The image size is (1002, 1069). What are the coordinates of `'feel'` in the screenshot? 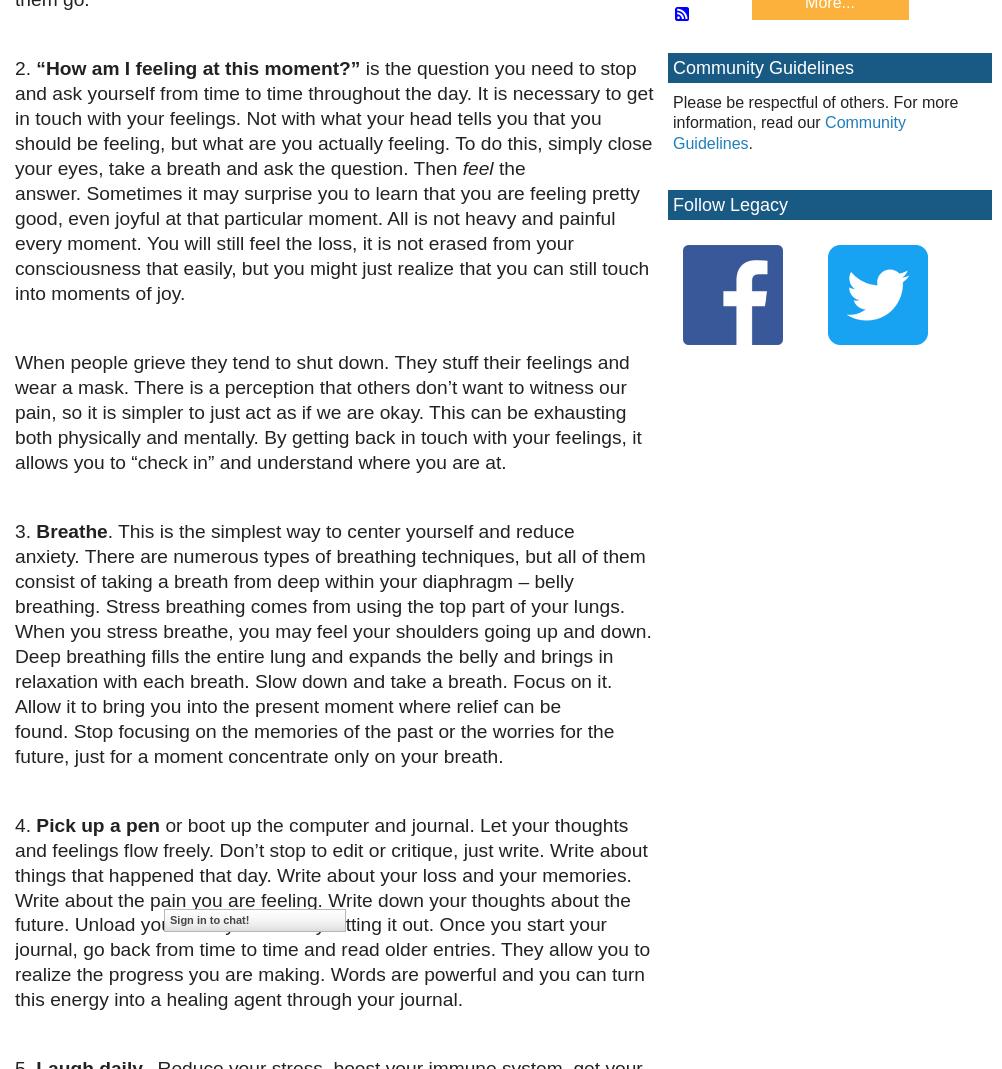 It's located at (476, 168).